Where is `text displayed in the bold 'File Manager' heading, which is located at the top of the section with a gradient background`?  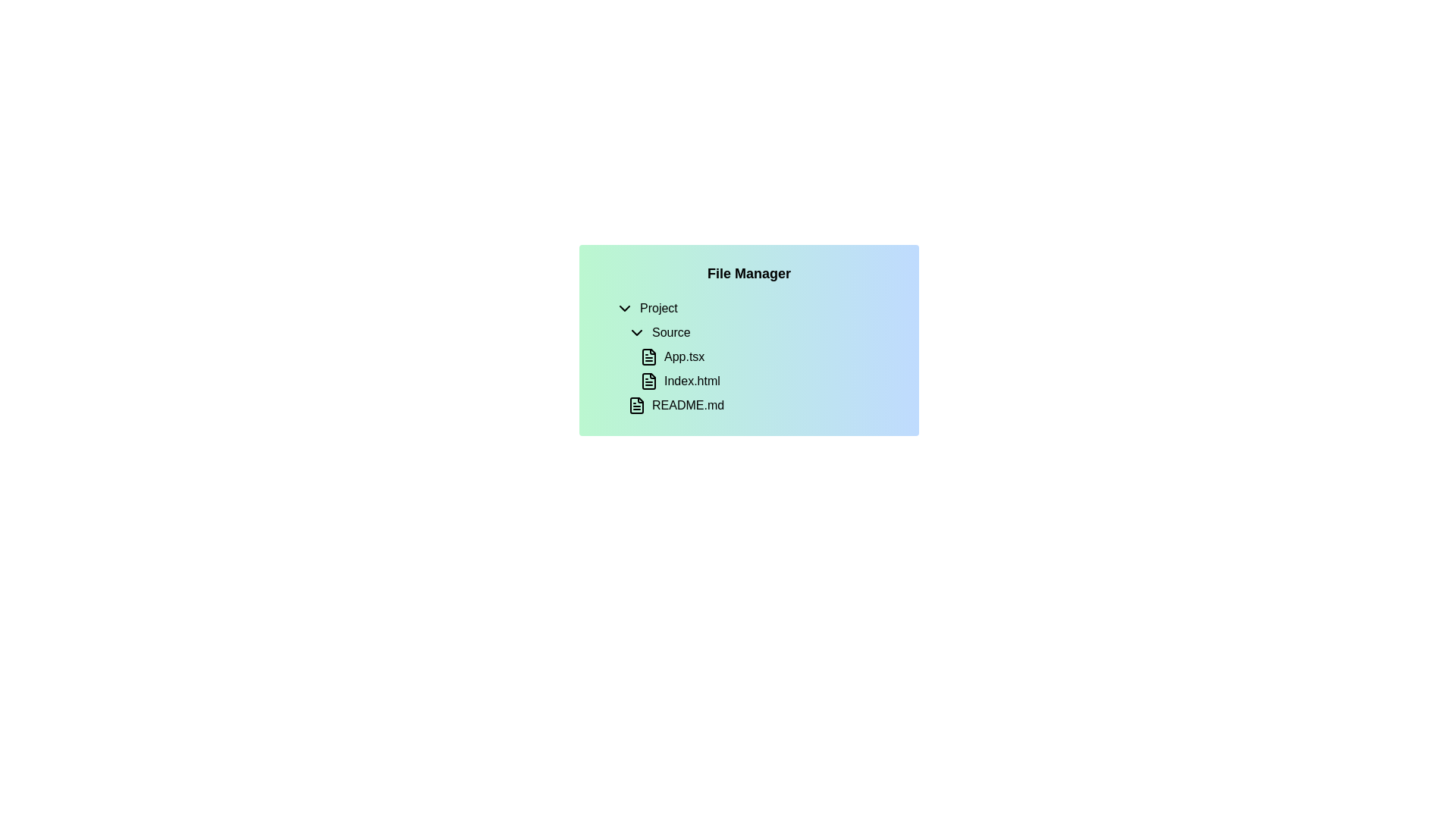 text displayed in the bold 'File Manager' heading, which is located at the top of the section with a gradient background is located at coordinates (749, 274).